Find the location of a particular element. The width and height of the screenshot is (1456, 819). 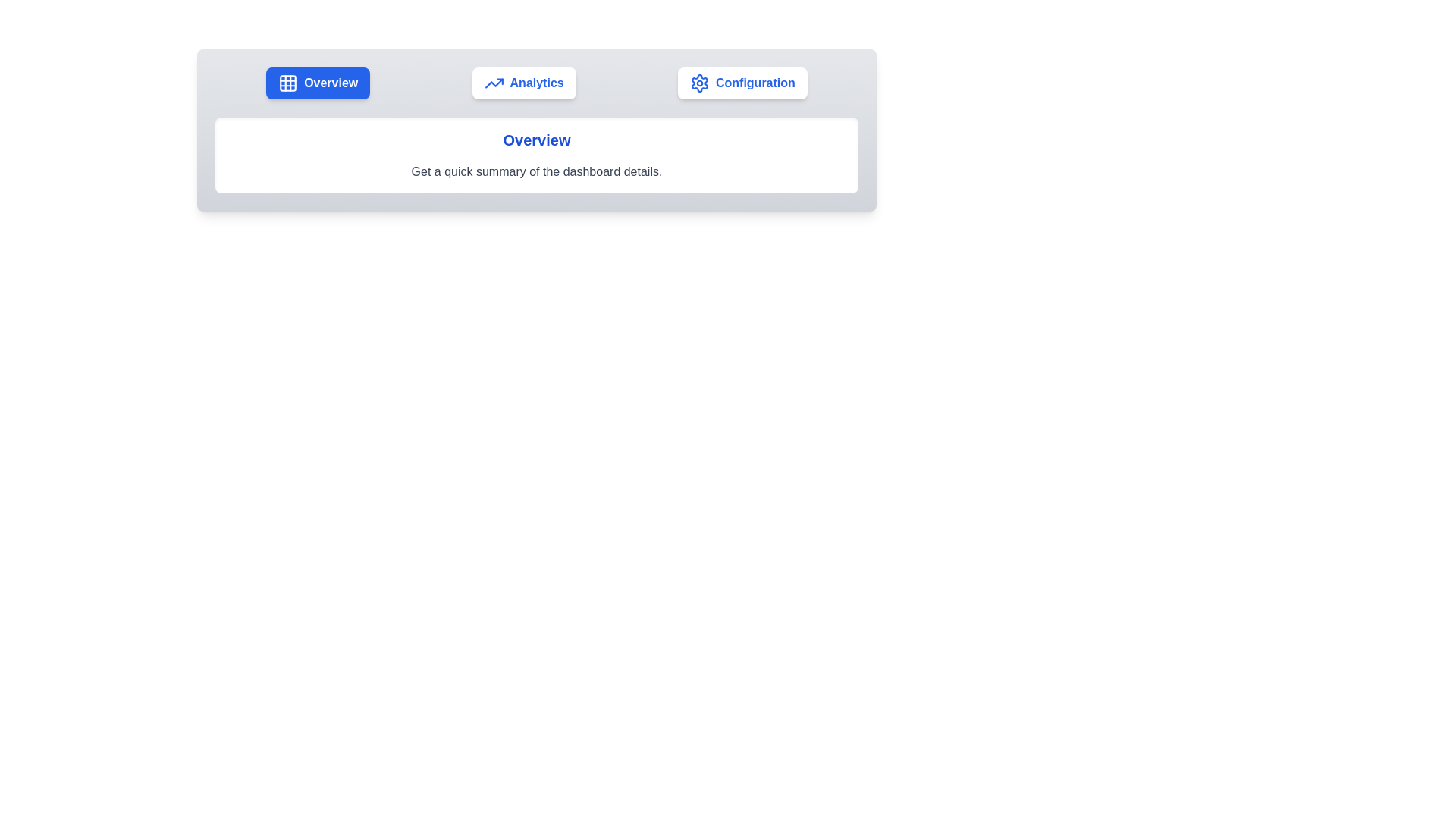

the Configuration tab by clicking on it is located at coordinates (742, 83).